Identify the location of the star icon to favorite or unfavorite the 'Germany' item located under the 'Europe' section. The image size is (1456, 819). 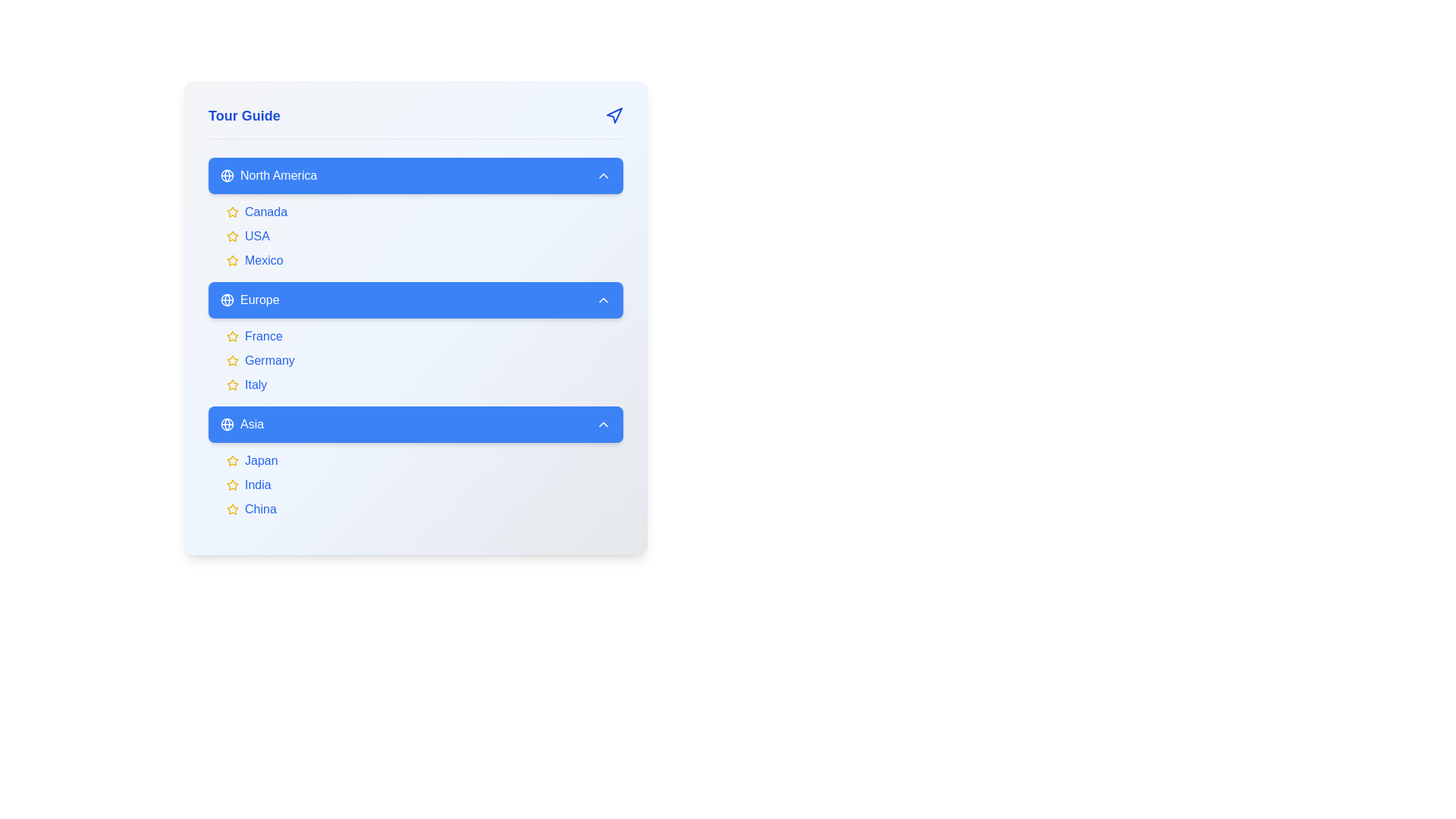
(232, 360).